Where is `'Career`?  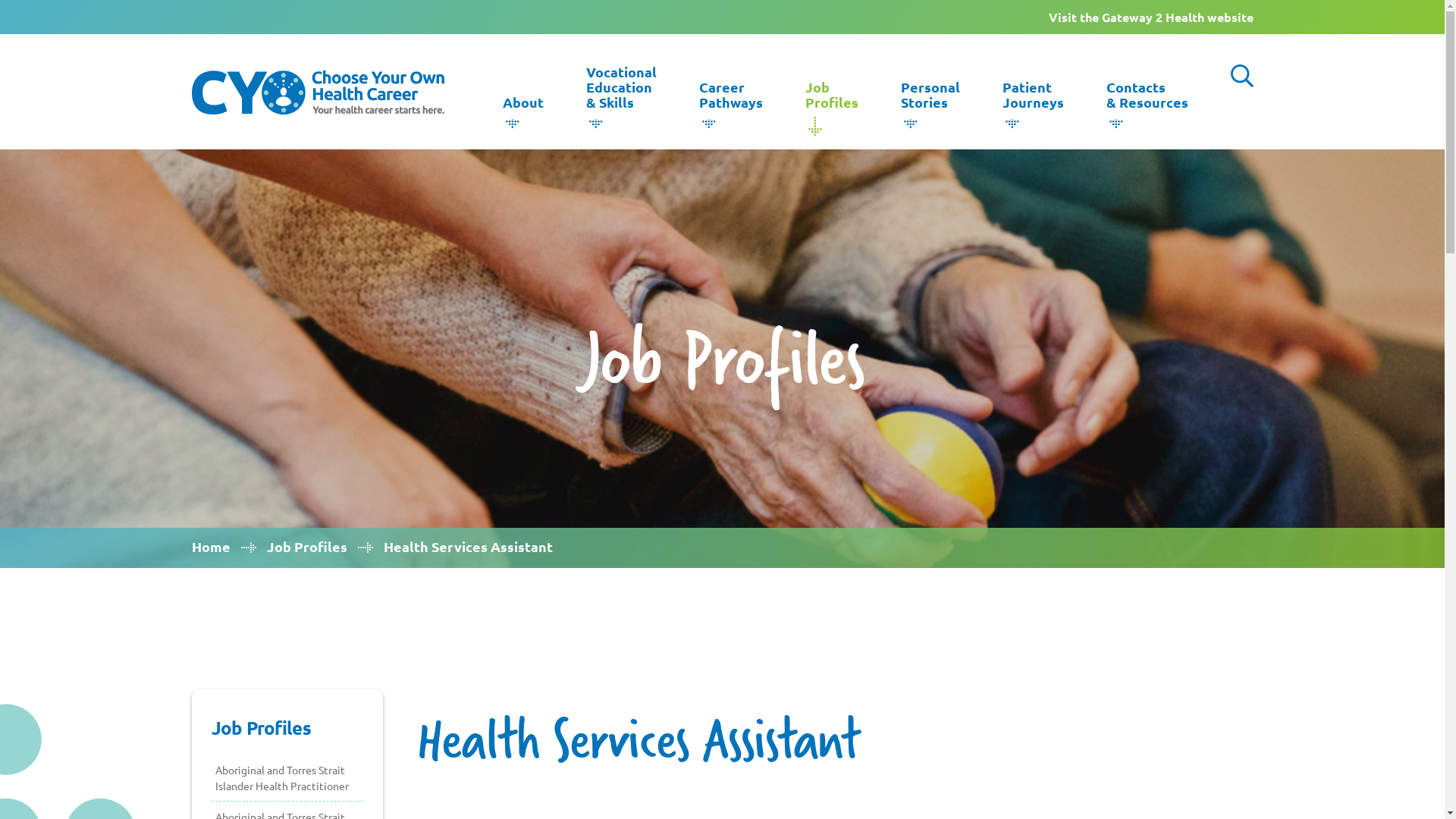
'Career is located at coordinates (731, 99).